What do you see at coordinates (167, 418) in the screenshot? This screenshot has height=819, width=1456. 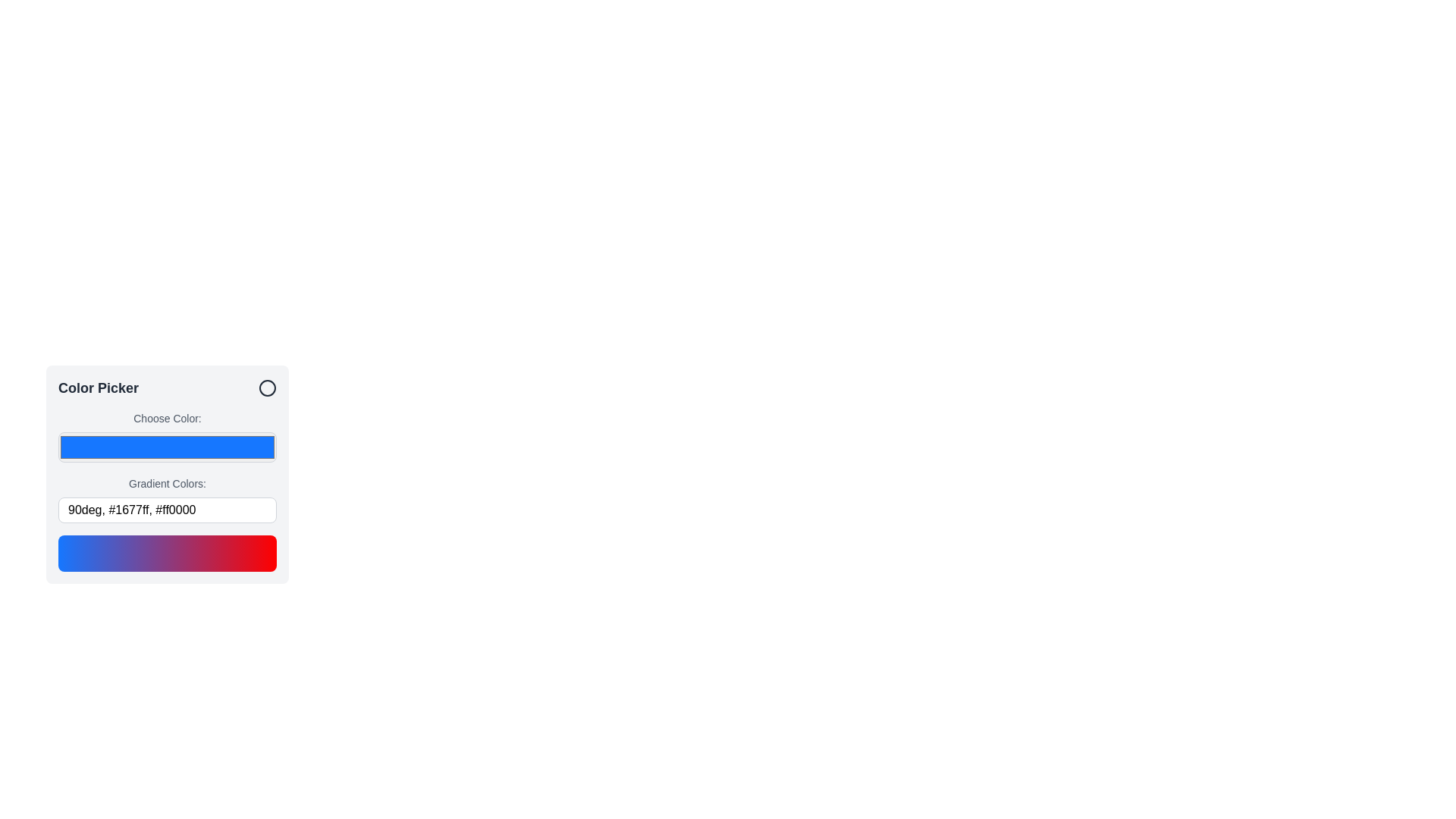 I see `text label that provides context for the following color input field, located directly below the 'Color Picker' heading` at bounding box center [167, 418].